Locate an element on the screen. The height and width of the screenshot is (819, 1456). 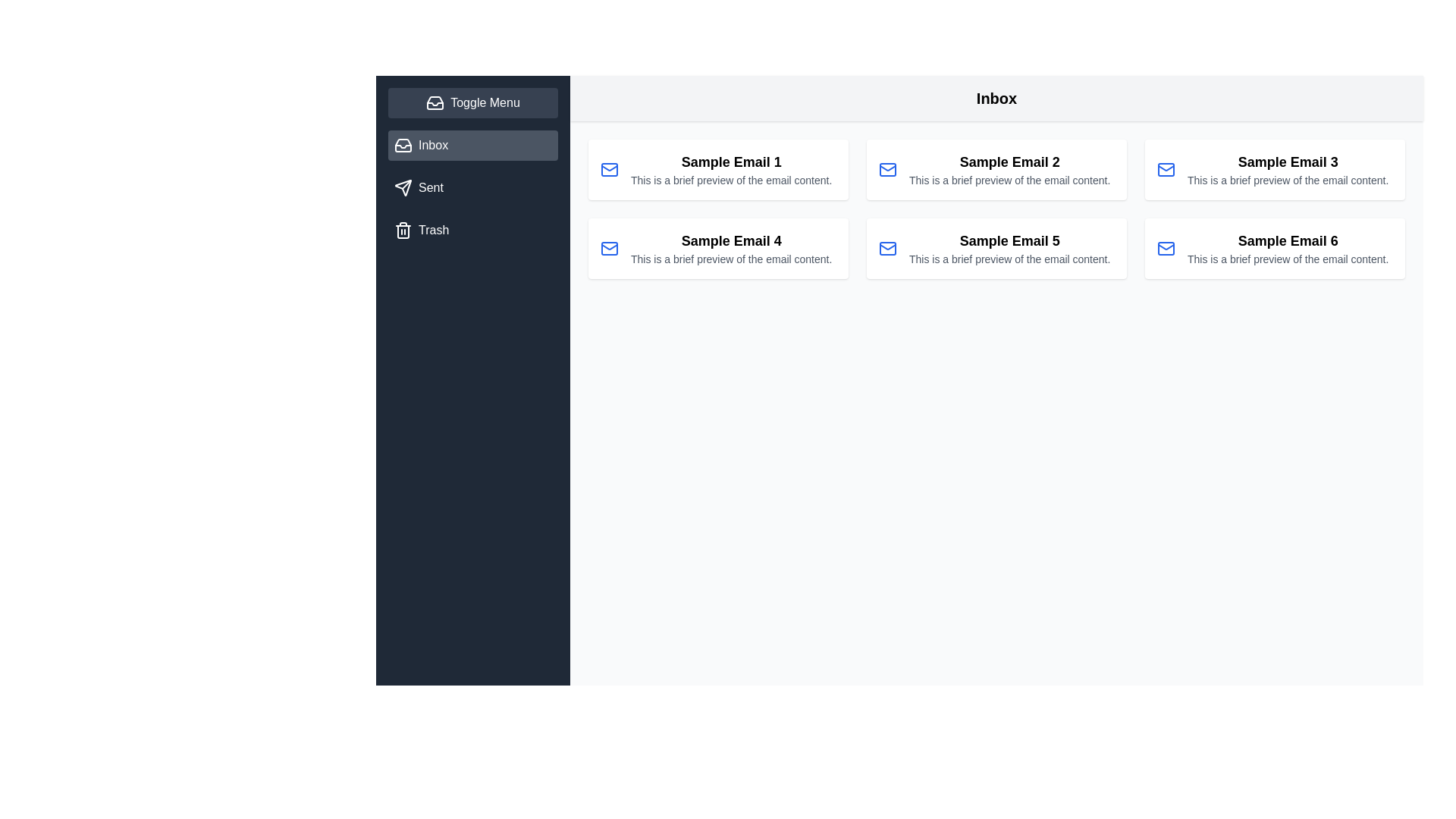
the clickable card element representing an email is located at coordinates (1009, 247).